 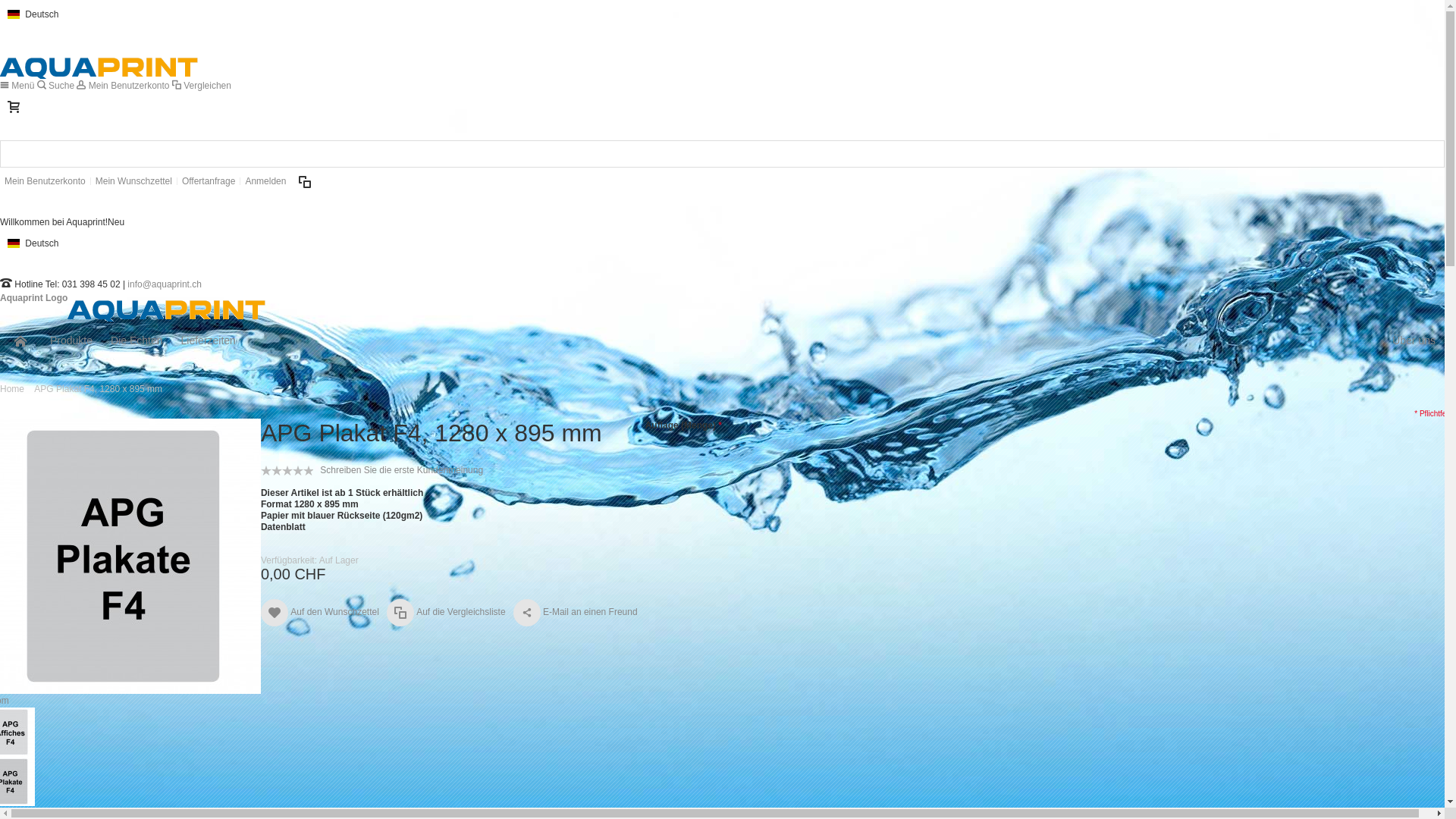 I want to click on 'Schreiben Sie die erste Kundenmeinung', so click(x=401, y=469).